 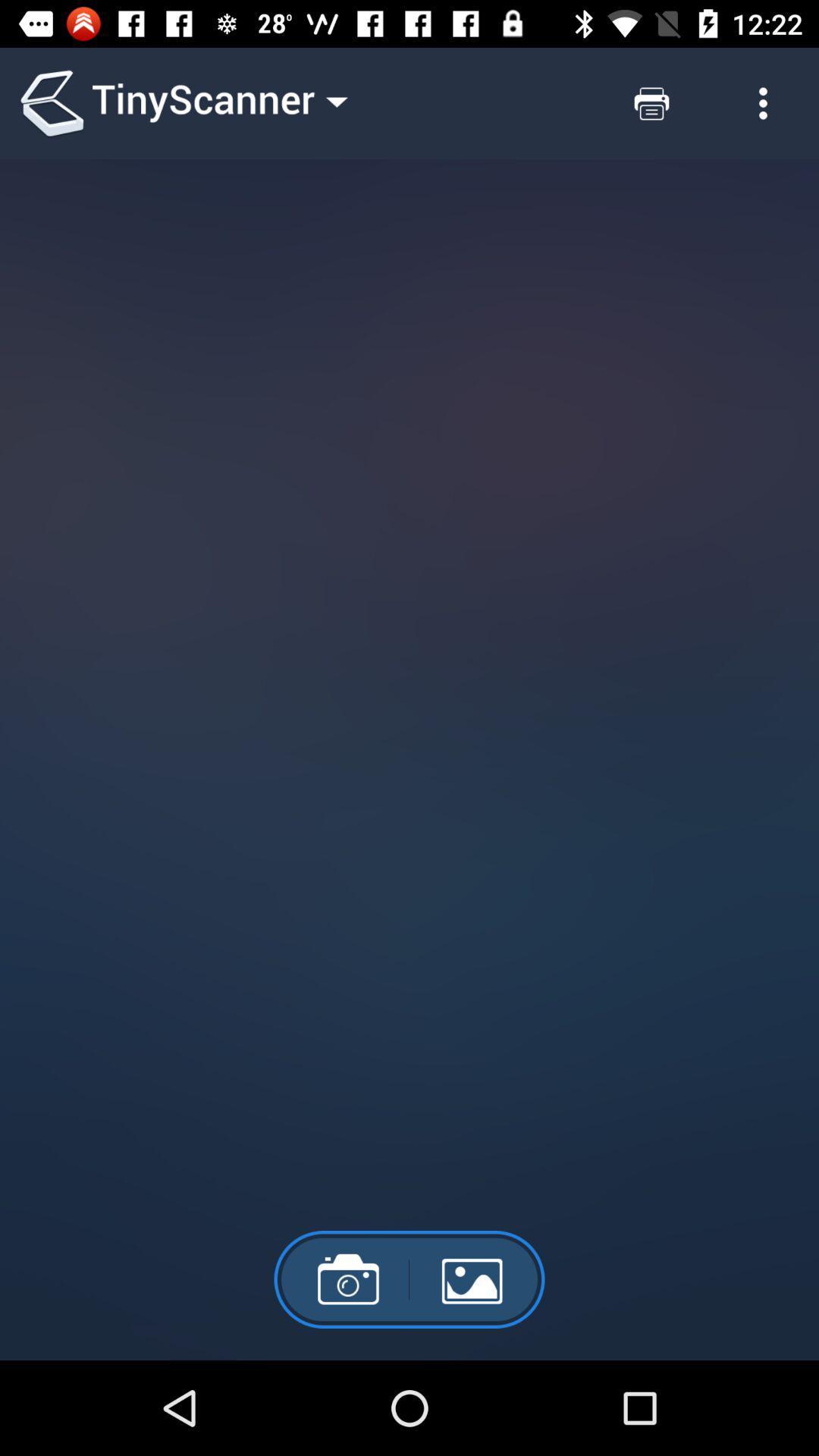 I want to click on the repeat icon, so click(x=651, y=102).